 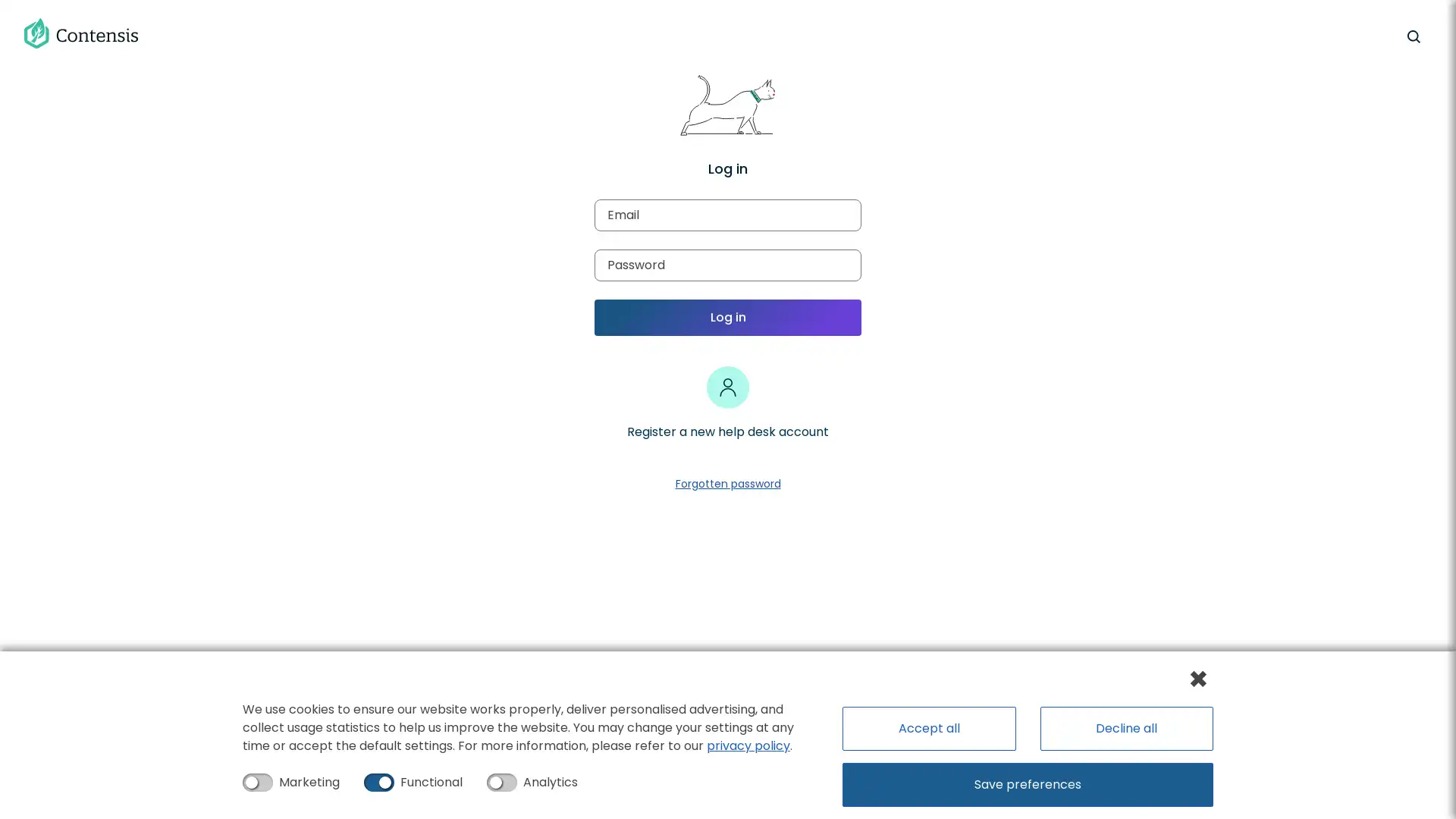 I want to click on Decline all, so click(x=1125, y=727).